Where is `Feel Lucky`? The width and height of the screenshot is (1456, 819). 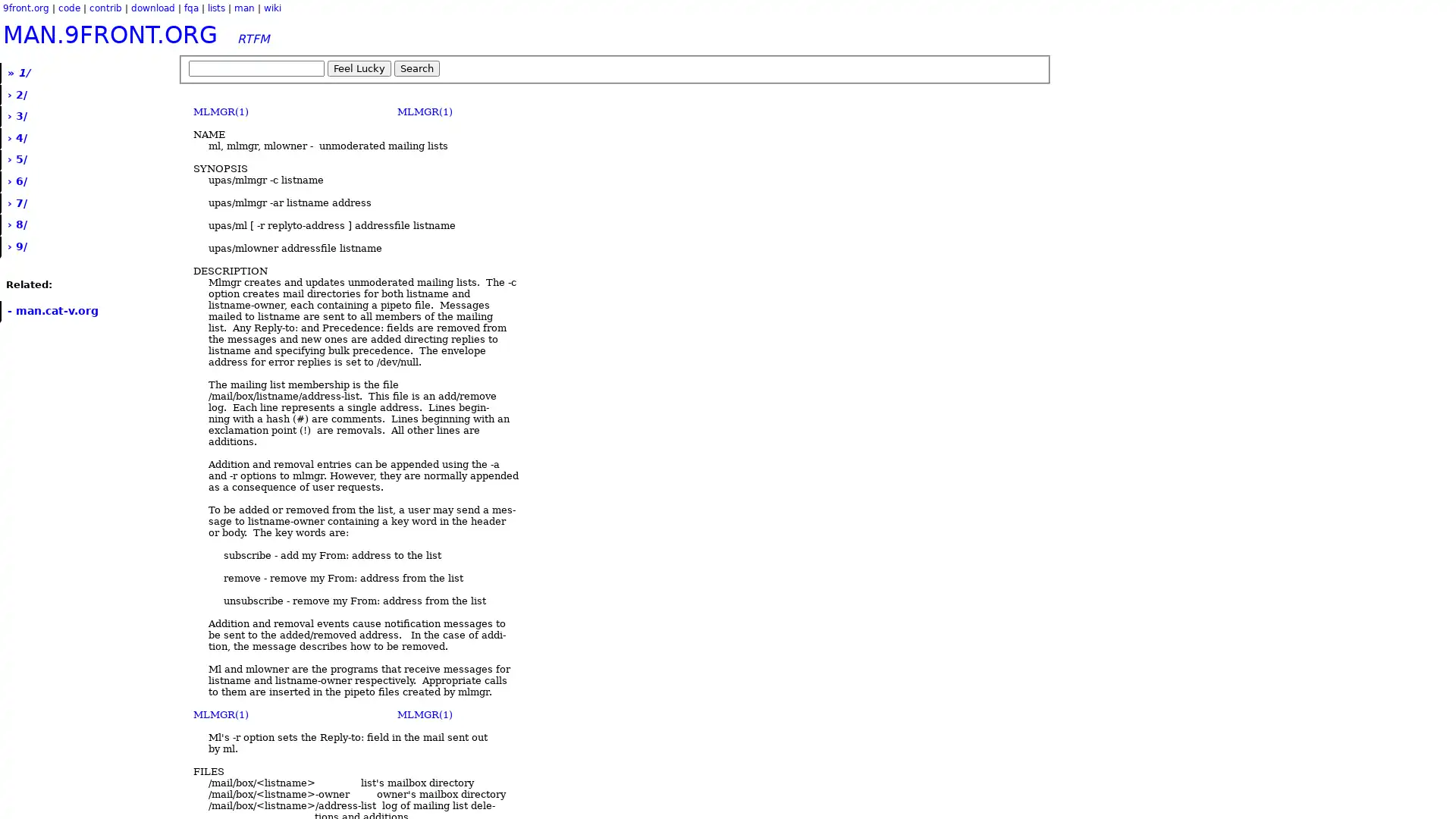 Feel Lucky is located at coordinates (359, 68).